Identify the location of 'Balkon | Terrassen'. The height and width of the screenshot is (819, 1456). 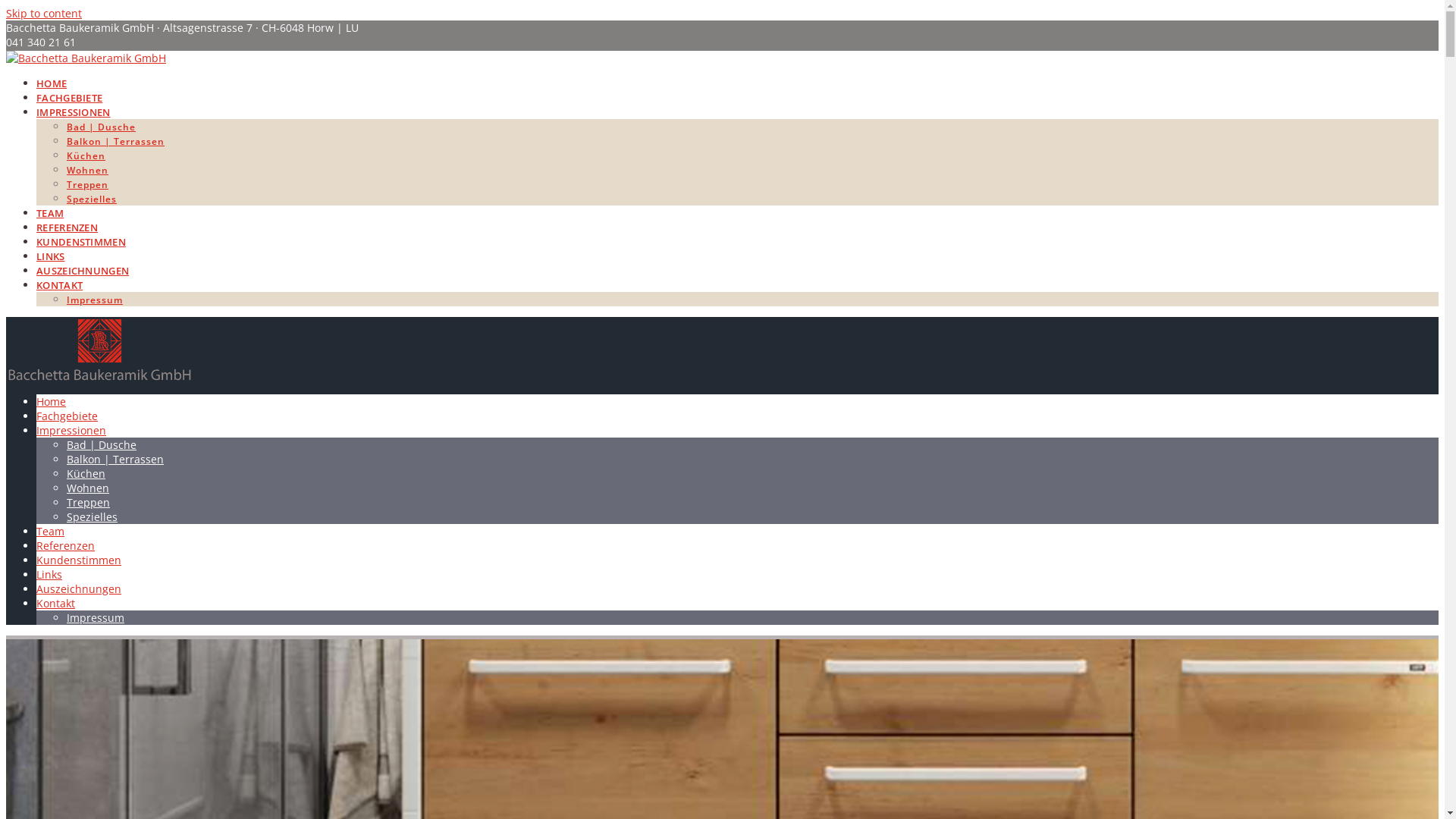
(115, 141).